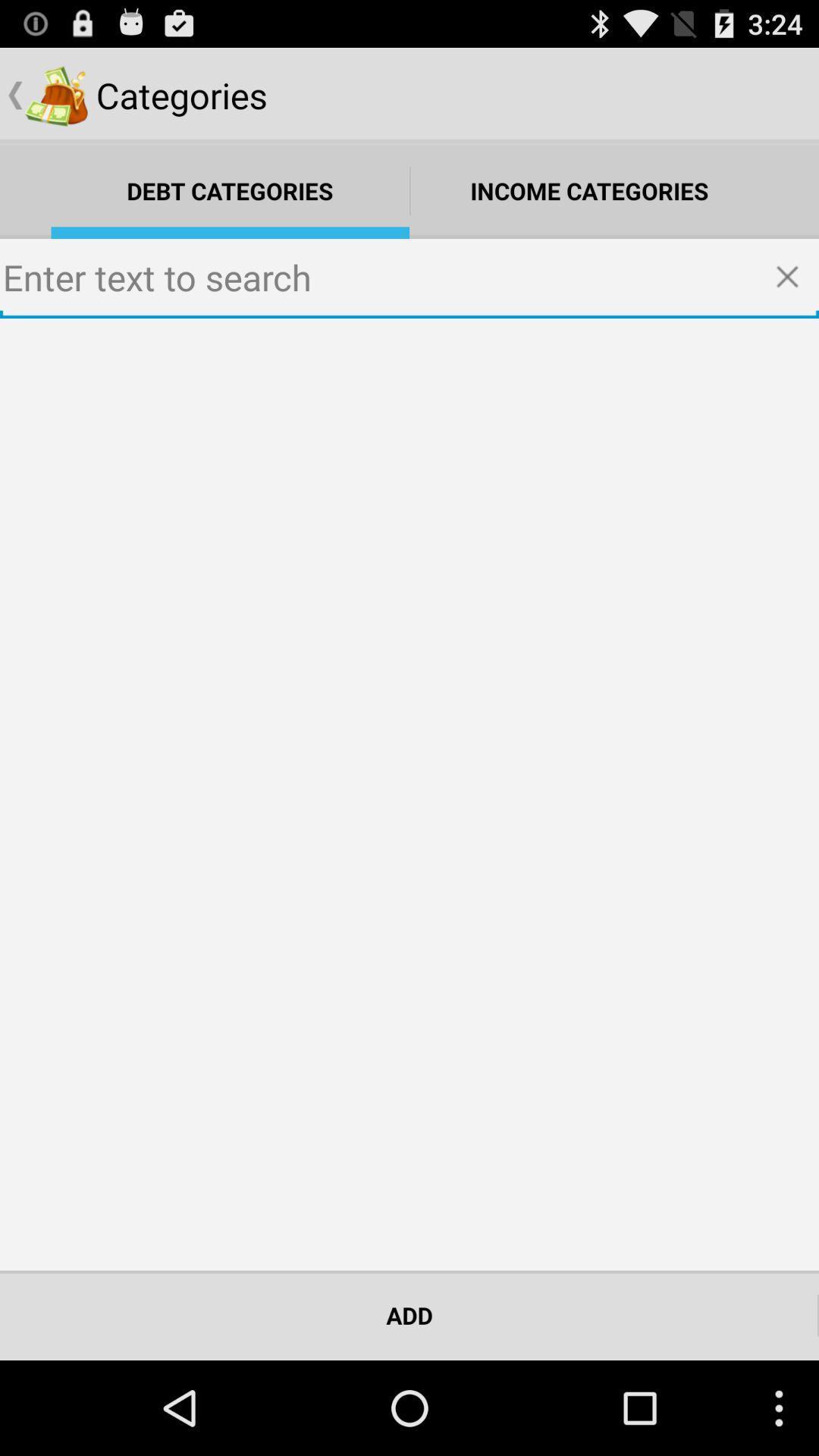 Image resolution: width=819 pixels, height=1456 pixels. What do you see at coordinates (409, 278) in the screenshot?
I see `search engine` at bounding box center [409, 278].